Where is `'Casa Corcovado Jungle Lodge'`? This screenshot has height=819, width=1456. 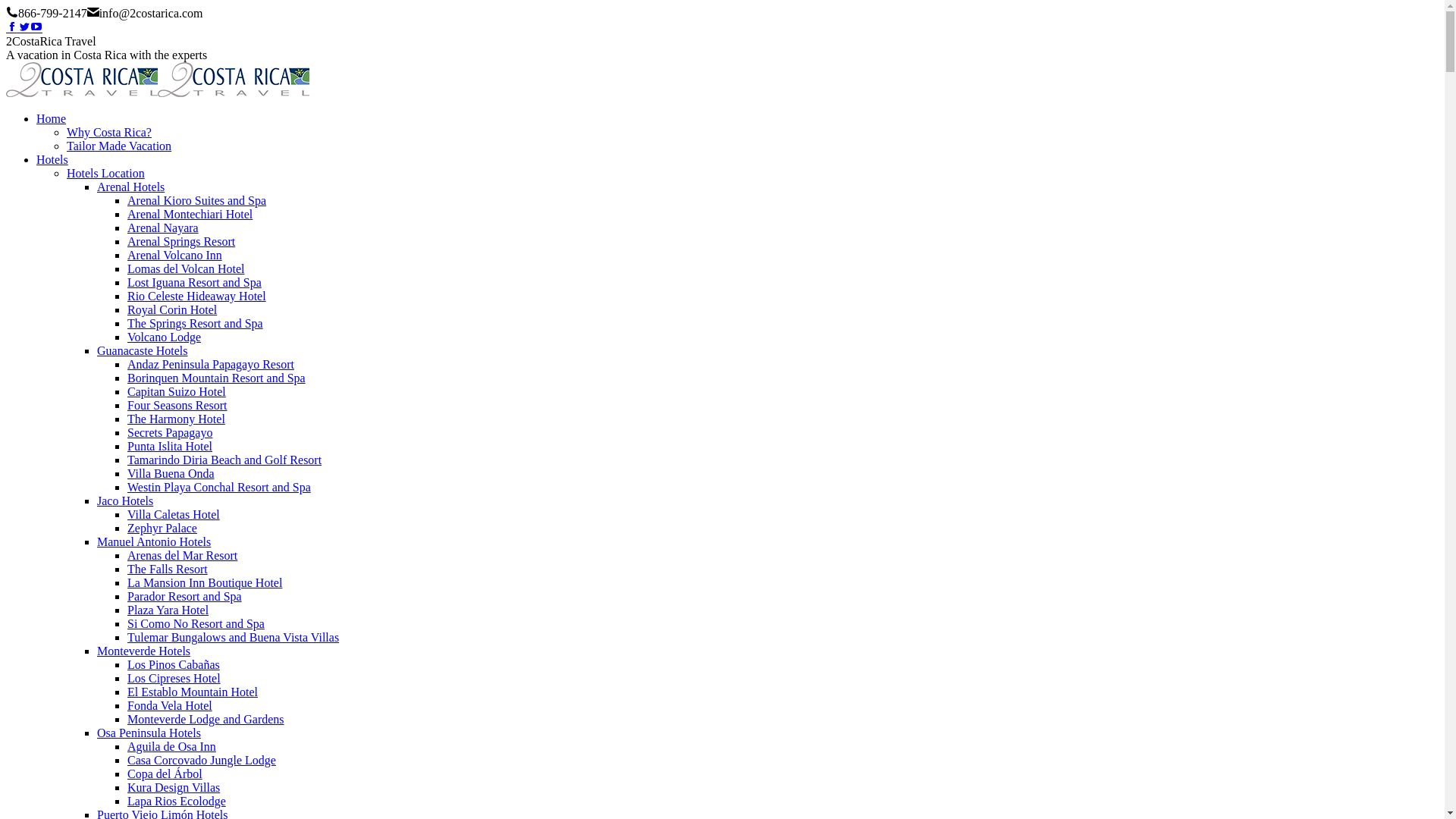 'Casa Corcovado Jungle Lodge' is located at coordinates (127, 760).